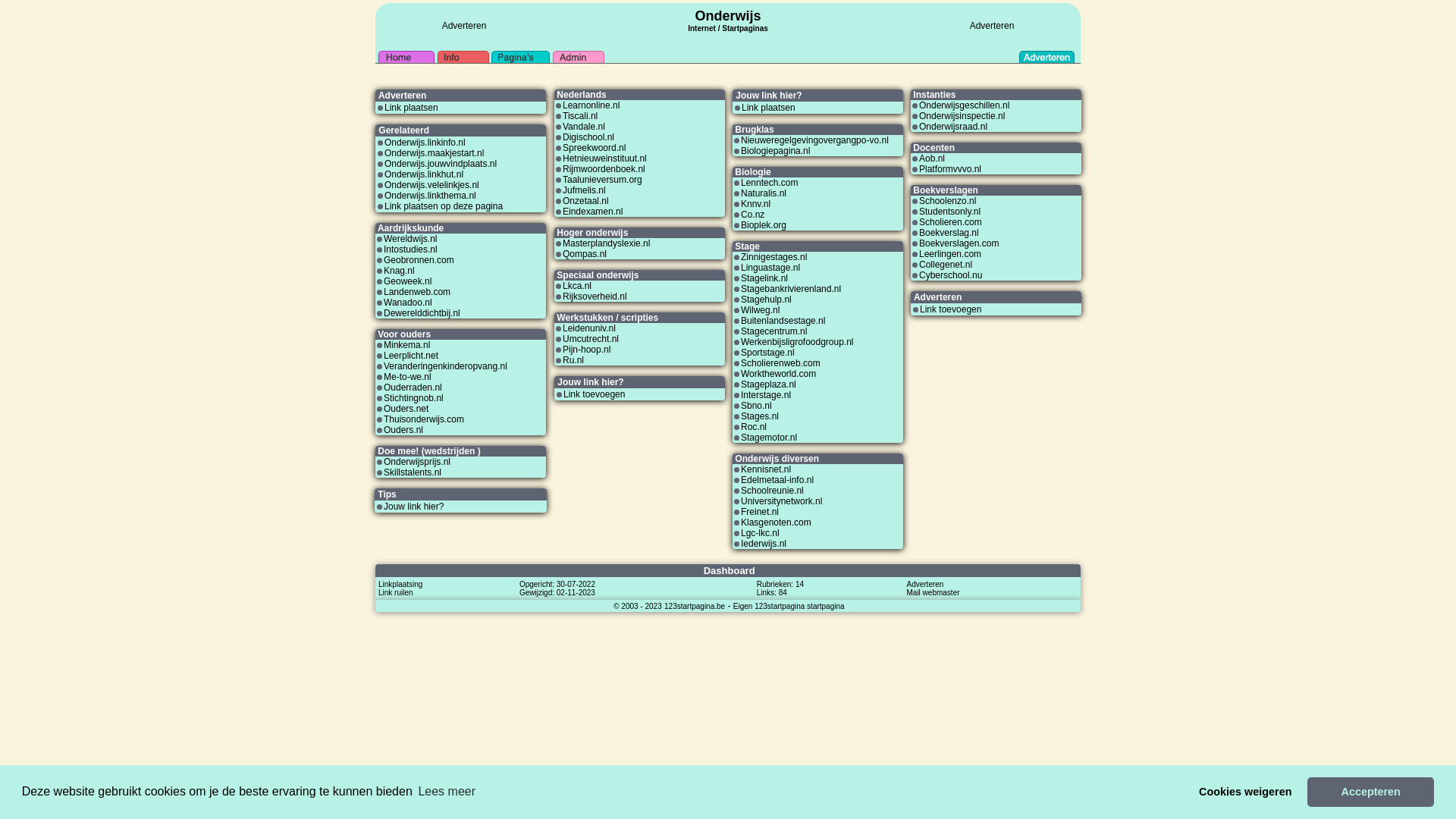 The width and height of the screenshot is (1456, 819). What do you see at coordinates (407, 281) in the screenshot?
I see `'Geoweek.nl'` at bounding box center [407, 281].